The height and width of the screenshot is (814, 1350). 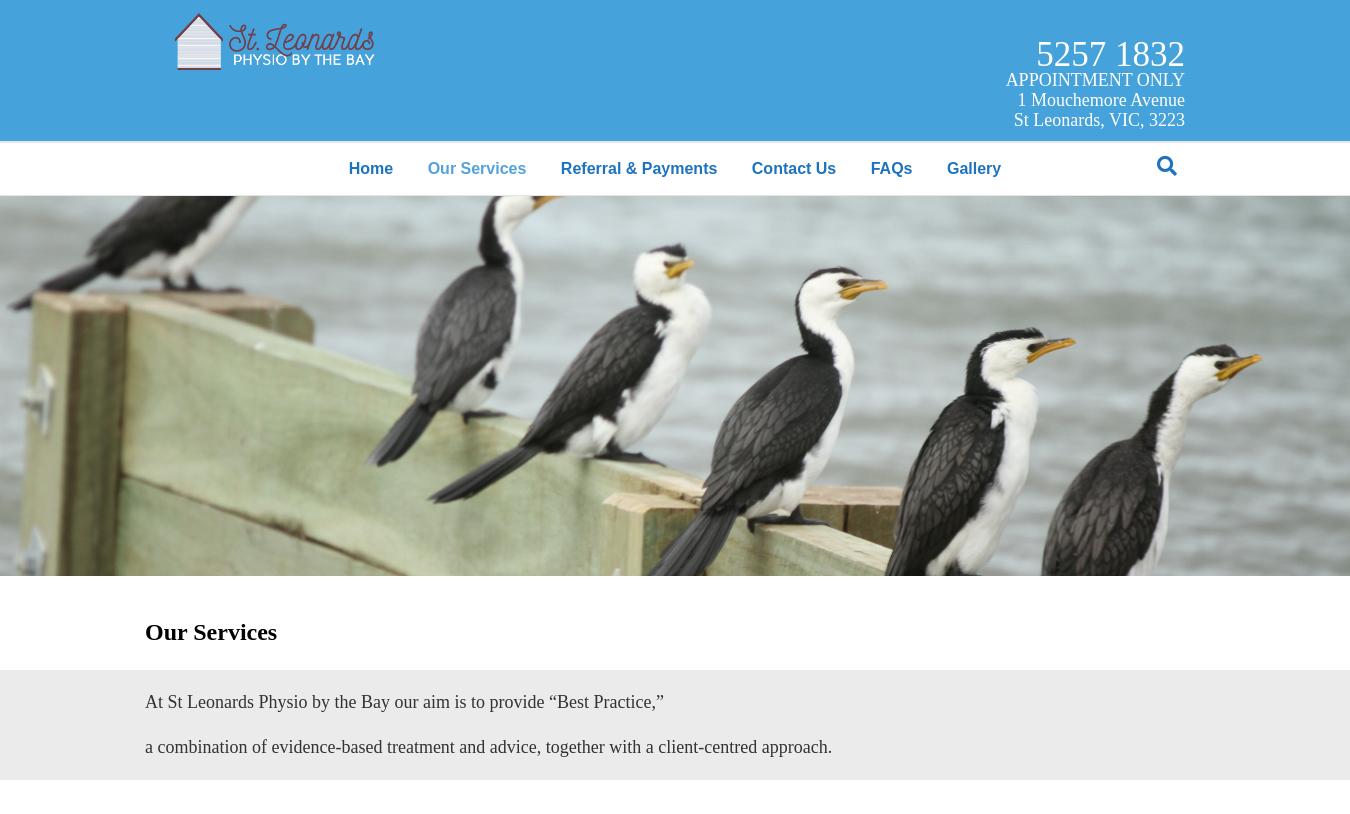 What do you see at coordinates (404, 701) in the screenshot?
I see `'At St Leonards Physio by the Bay our aim is to provide “Best Practice,”'` at bounding box center [404, 701].